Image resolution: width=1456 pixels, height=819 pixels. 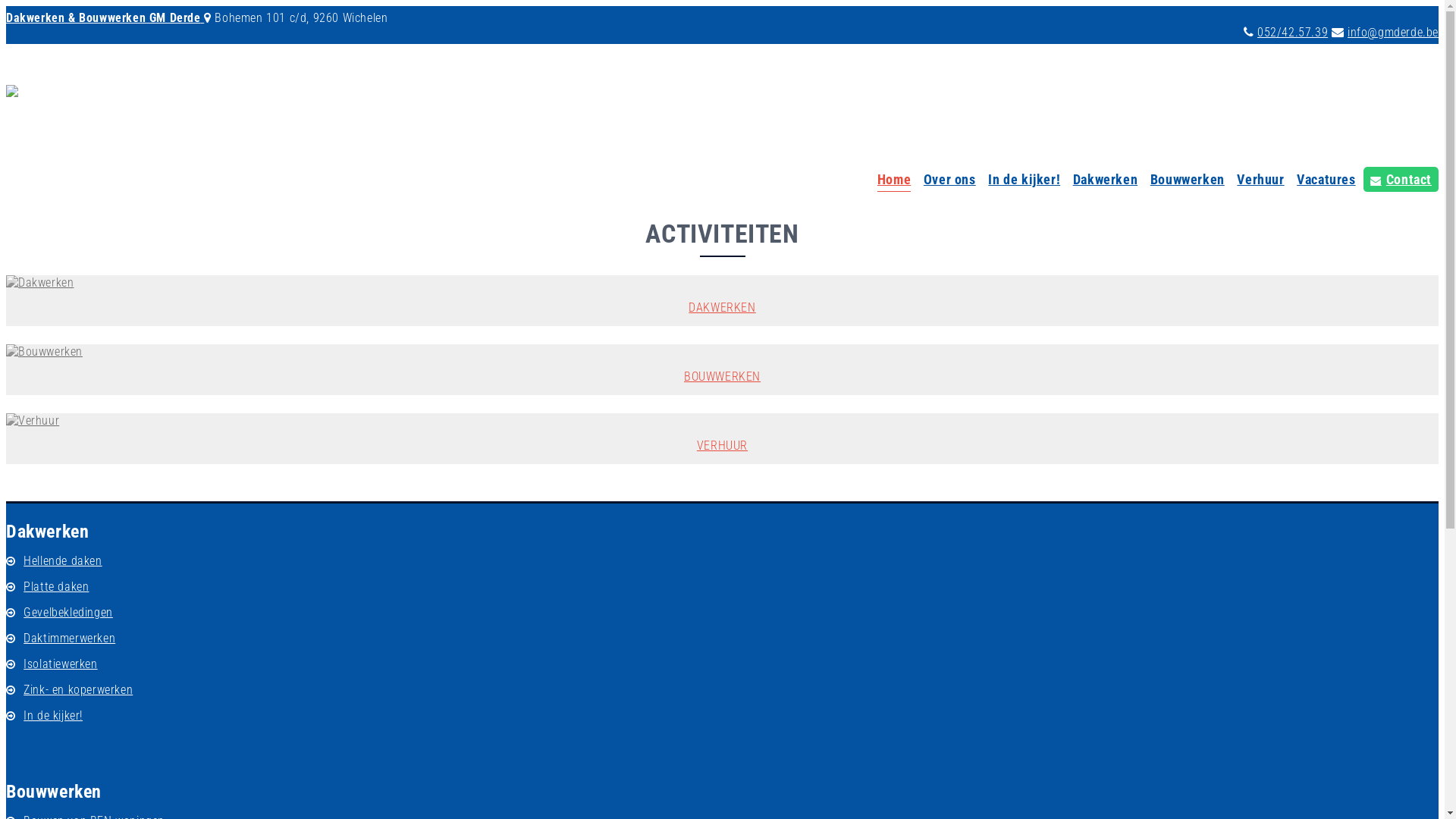 What do you see at coordinates (1393, 32) in the screenshot?
I see `'info@gmderde.be'` at bounding box center [1393, 32].